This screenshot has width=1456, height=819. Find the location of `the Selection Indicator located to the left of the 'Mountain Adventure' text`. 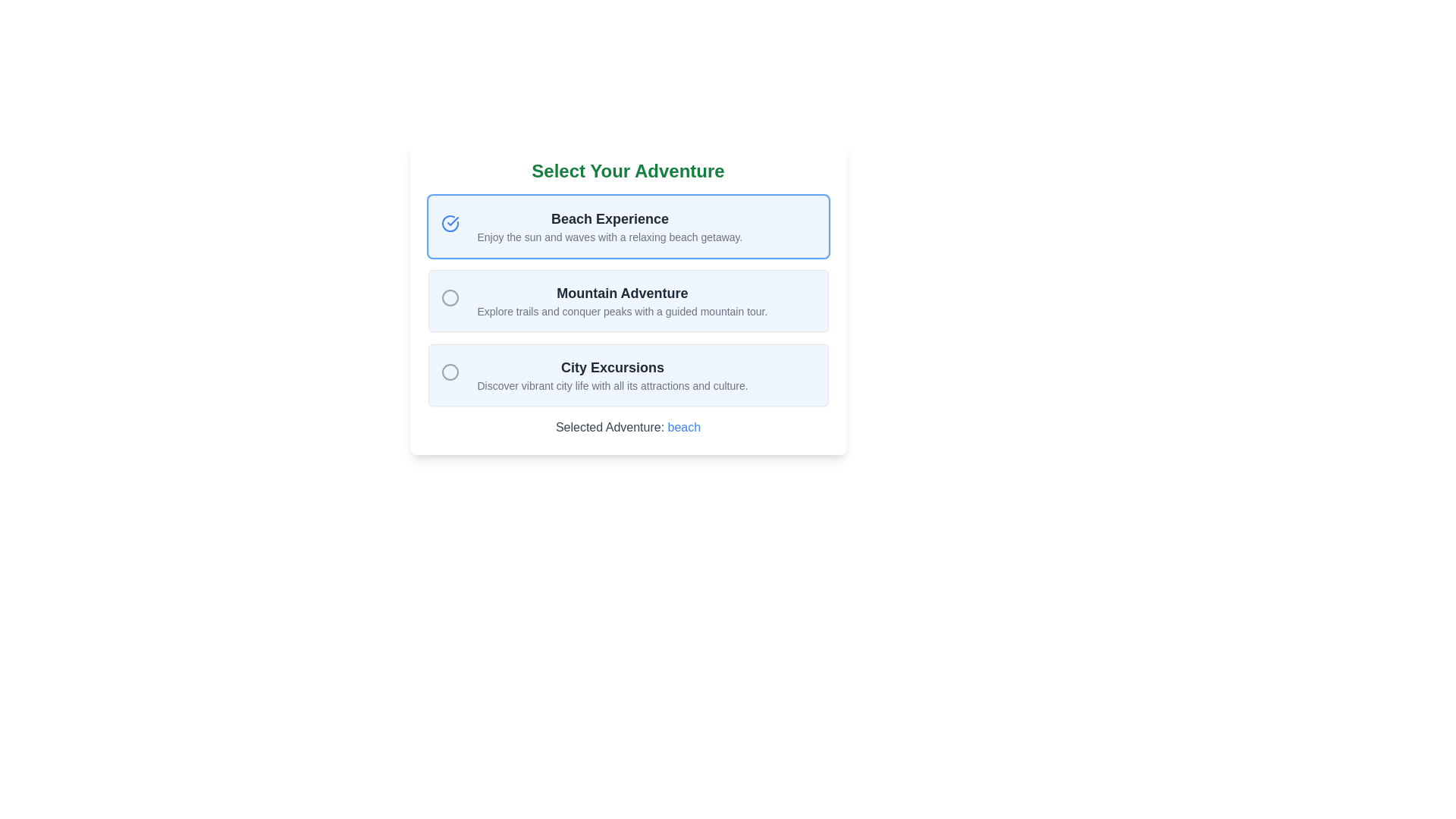

the Selection Indicator located to the left of the 'Mountain Adventure' text is located at coordinates (452, 301).